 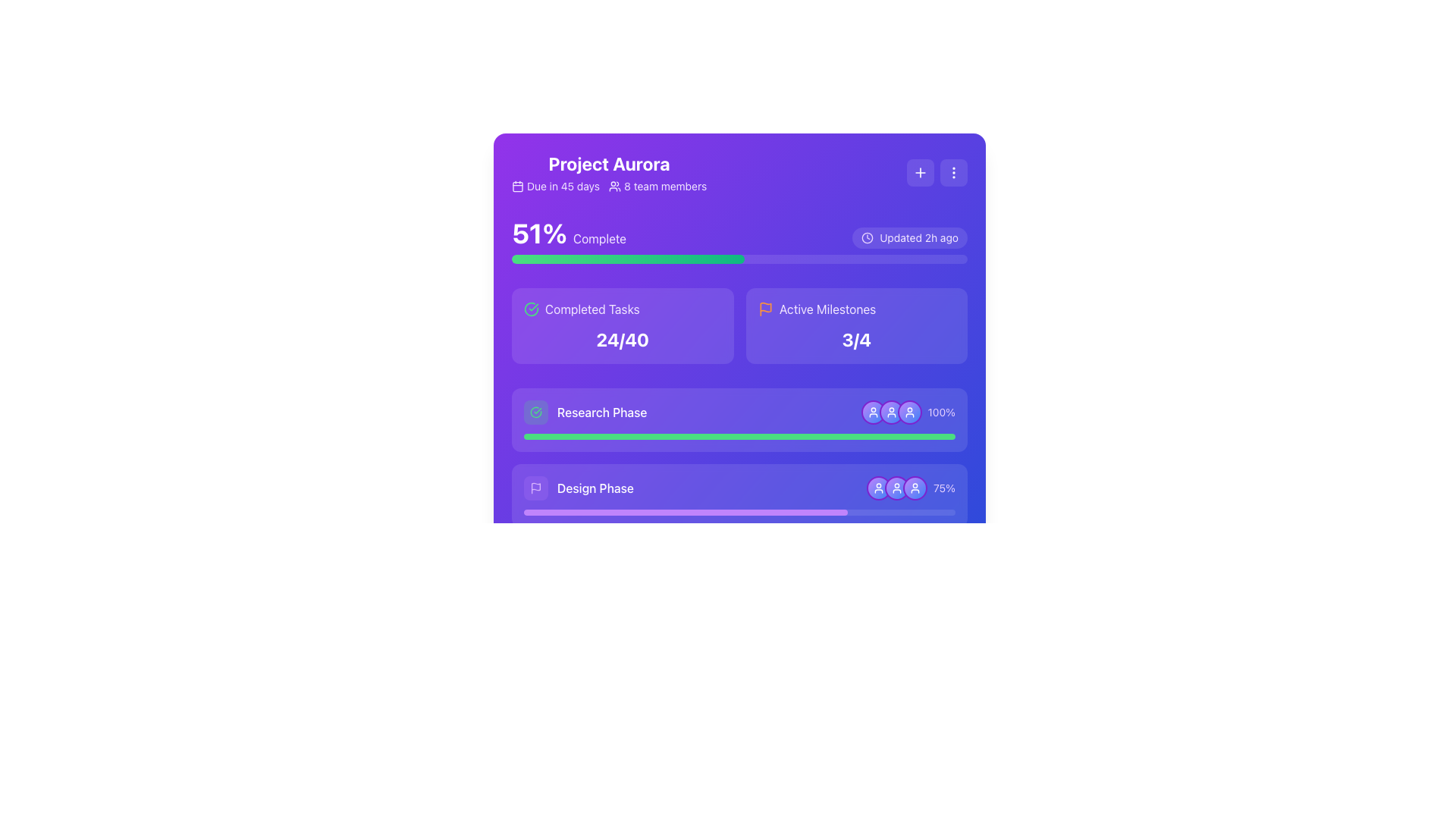 I want to click on the 'Research Phase' text label, which indicates the current phase of the project and is positioned above its corresponding progress bar, so click(x=601, y=412).